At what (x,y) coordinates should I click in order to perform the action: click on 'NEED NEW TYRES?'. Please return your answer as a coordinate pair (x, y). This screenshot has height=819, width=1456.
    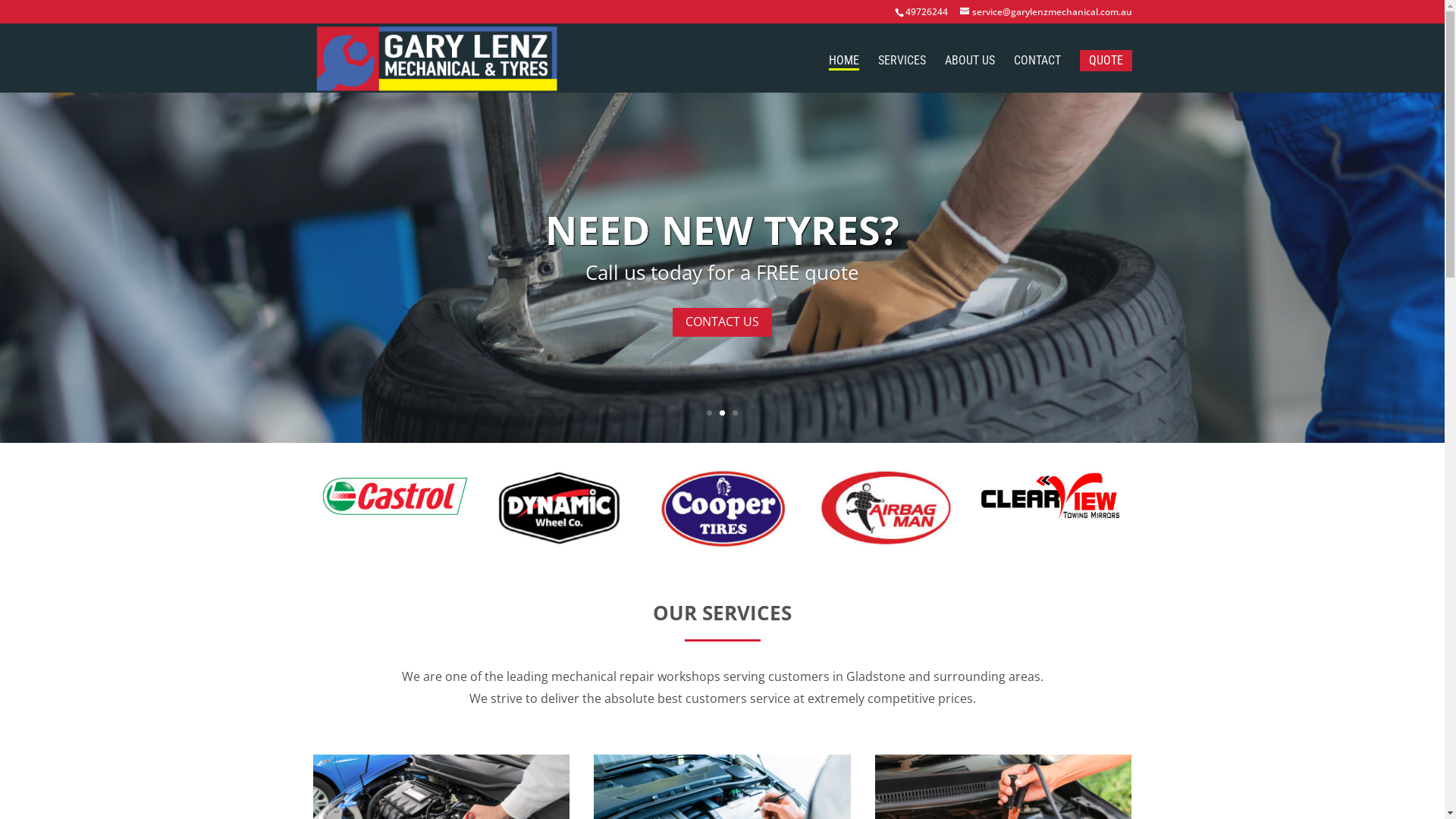
    Looking at the image, I should click on (721, 229).